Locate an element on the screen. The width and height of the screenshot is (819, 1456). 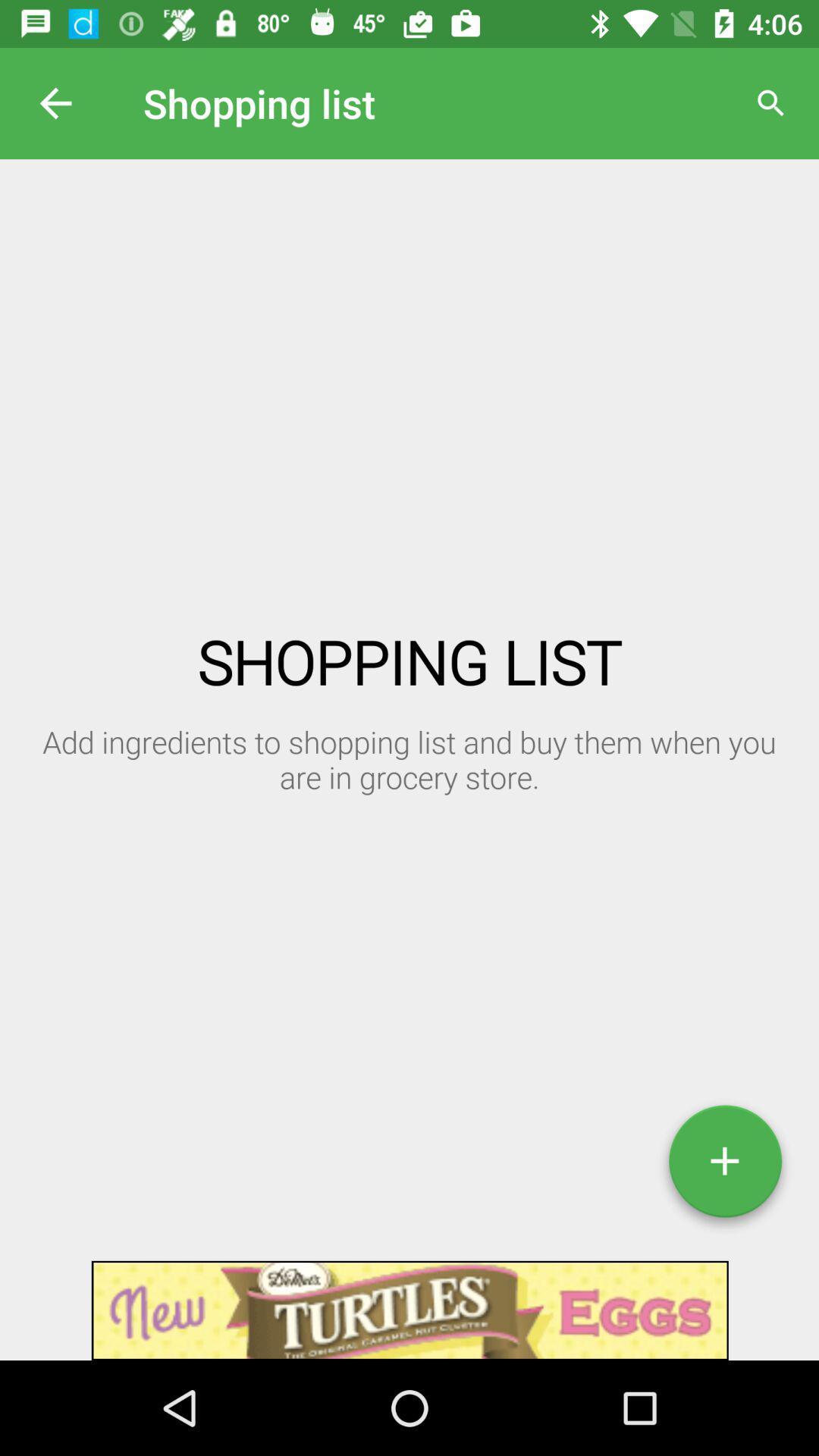
add icon at the bottom right corner is located at coordinates (724, 1166).